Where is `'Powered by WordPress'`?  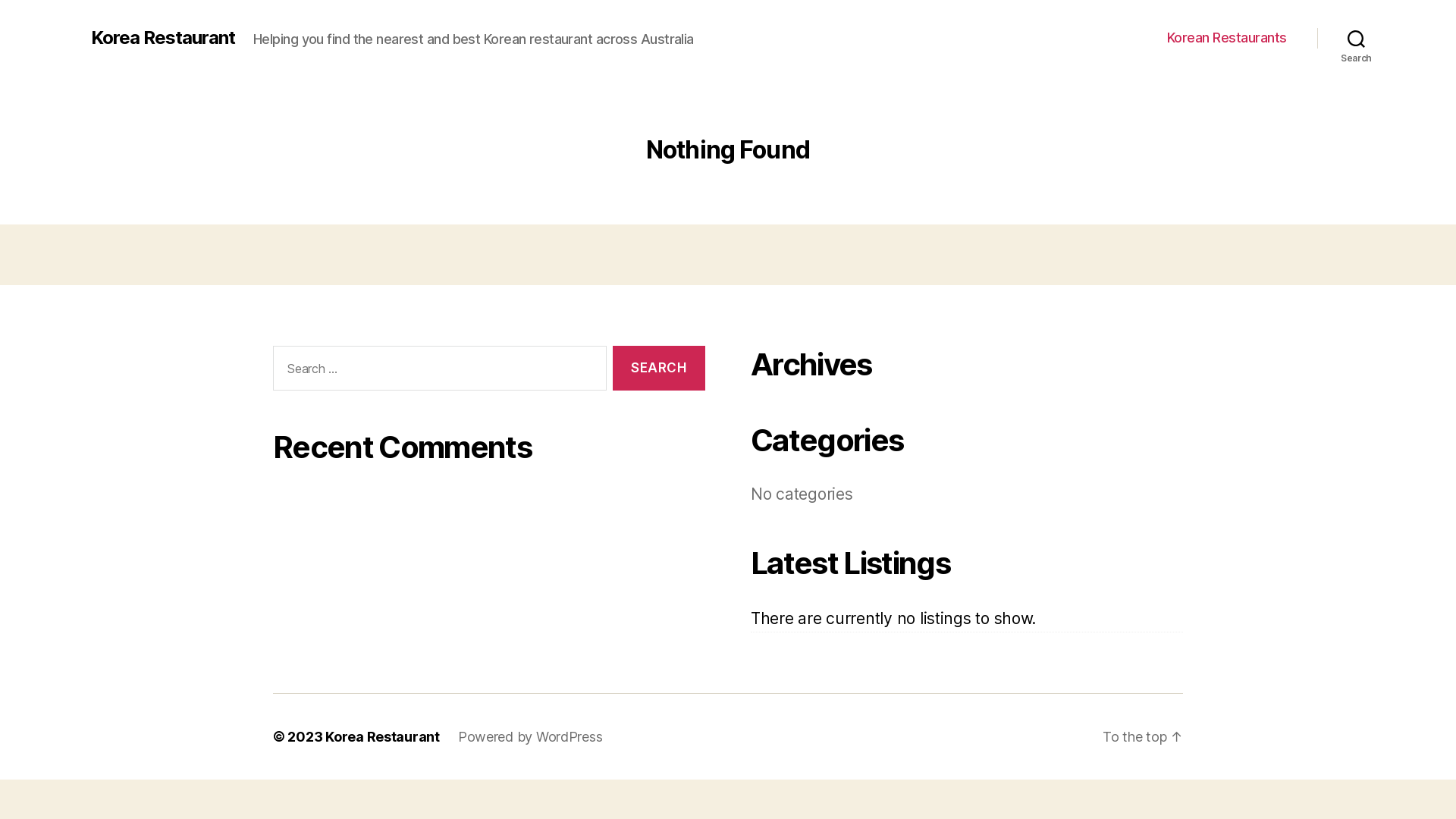
'Powered by WordPress' is located at coordinates (530, 736).